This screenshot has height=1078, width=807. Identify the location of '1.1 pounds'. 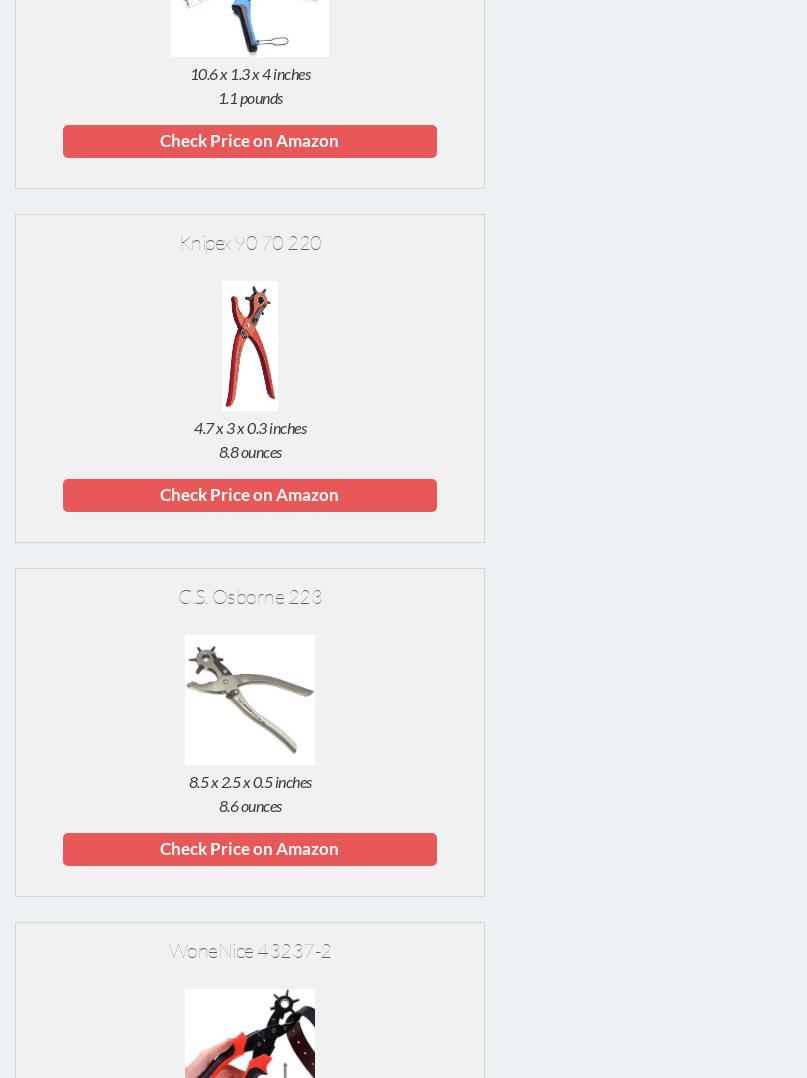
(248, 96).